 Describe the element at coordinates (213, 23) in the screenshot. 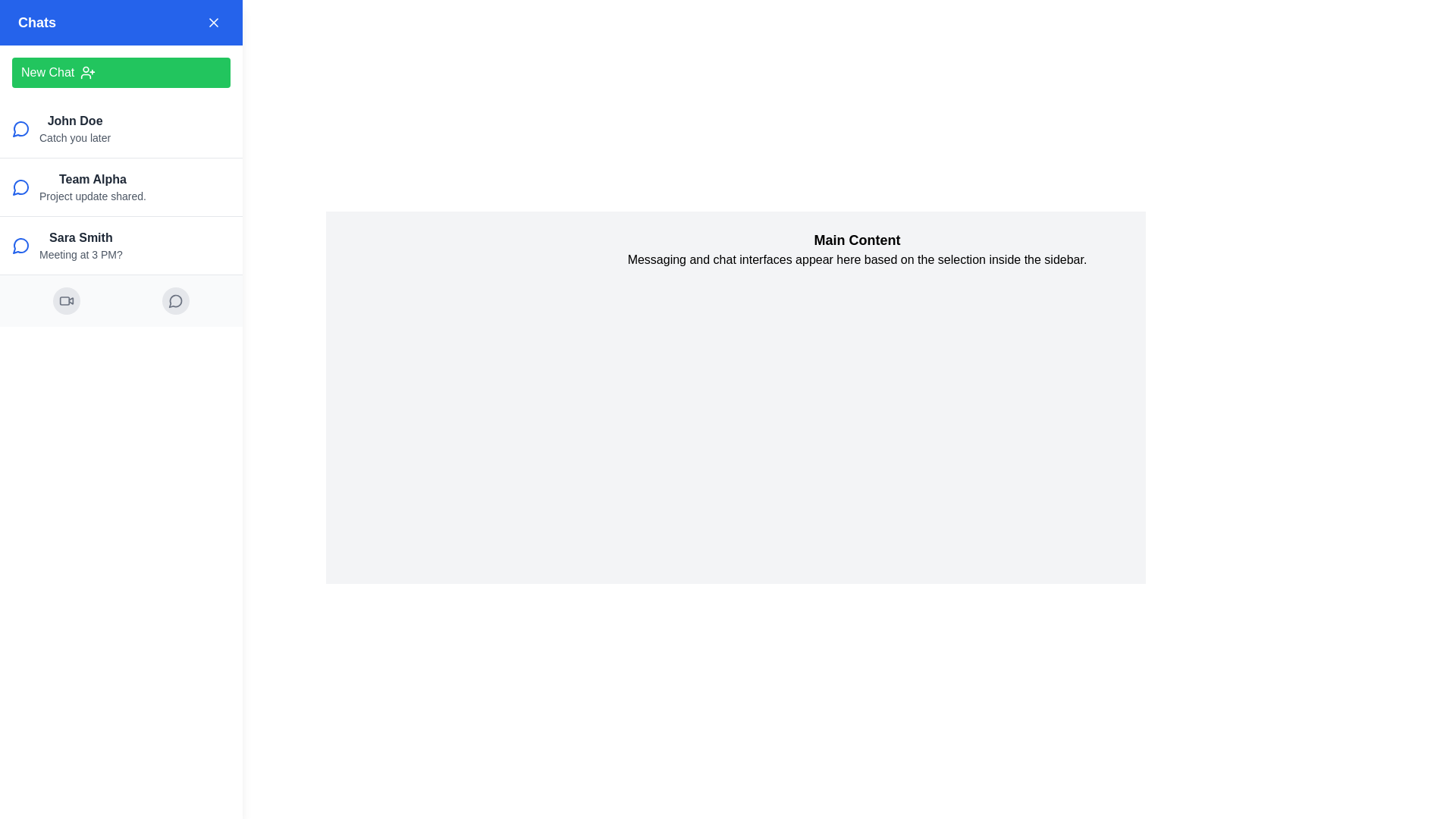

I see `the close icon located in the top-right corner of the 'Chats' sidebar header` at that location.